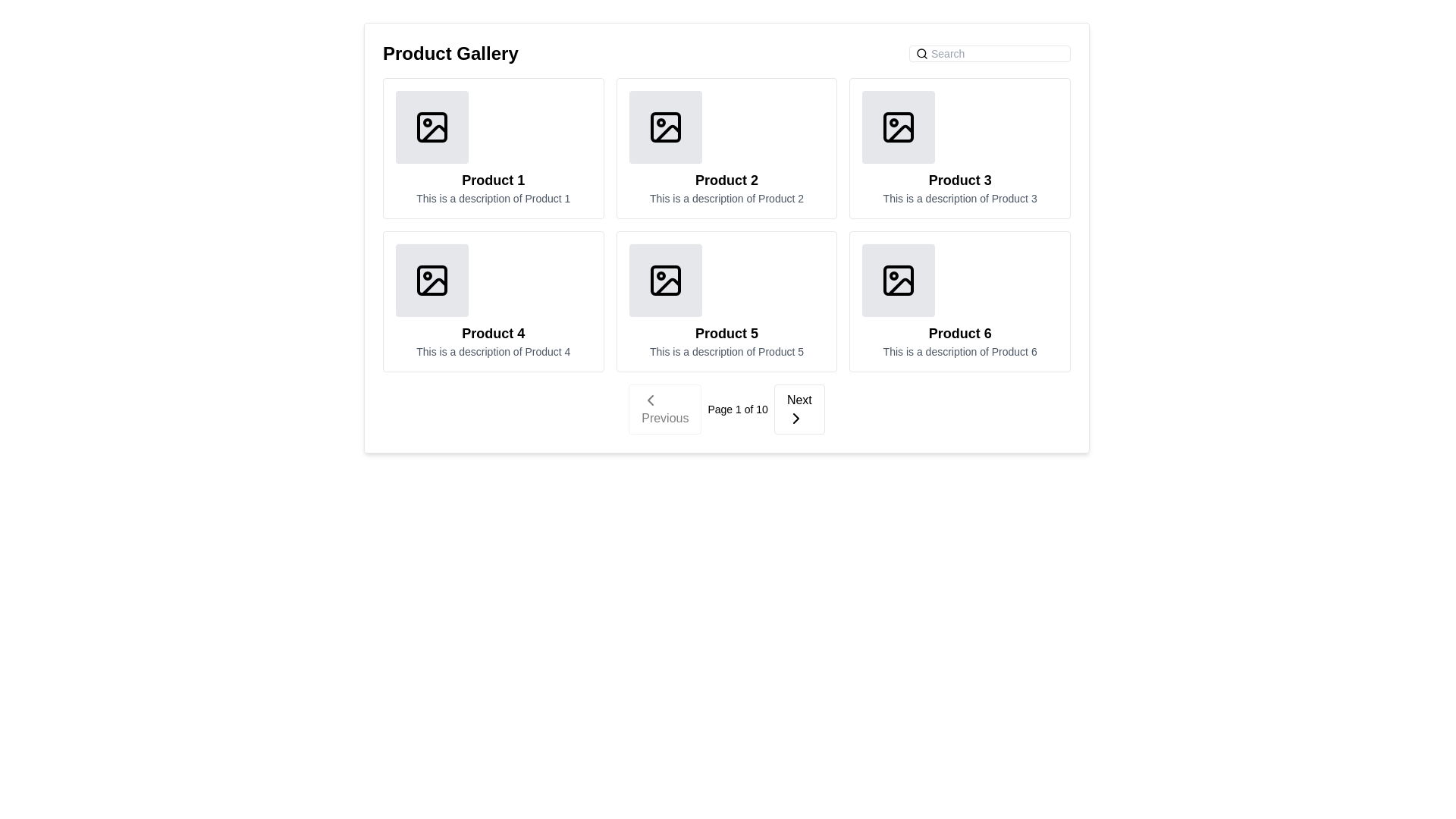 The image size is (1456, 819). I want to click on the icon depicting a mountain and circle, located in the first row and third column of the 'Product Gallery', to interact with it, so click(899, 127).